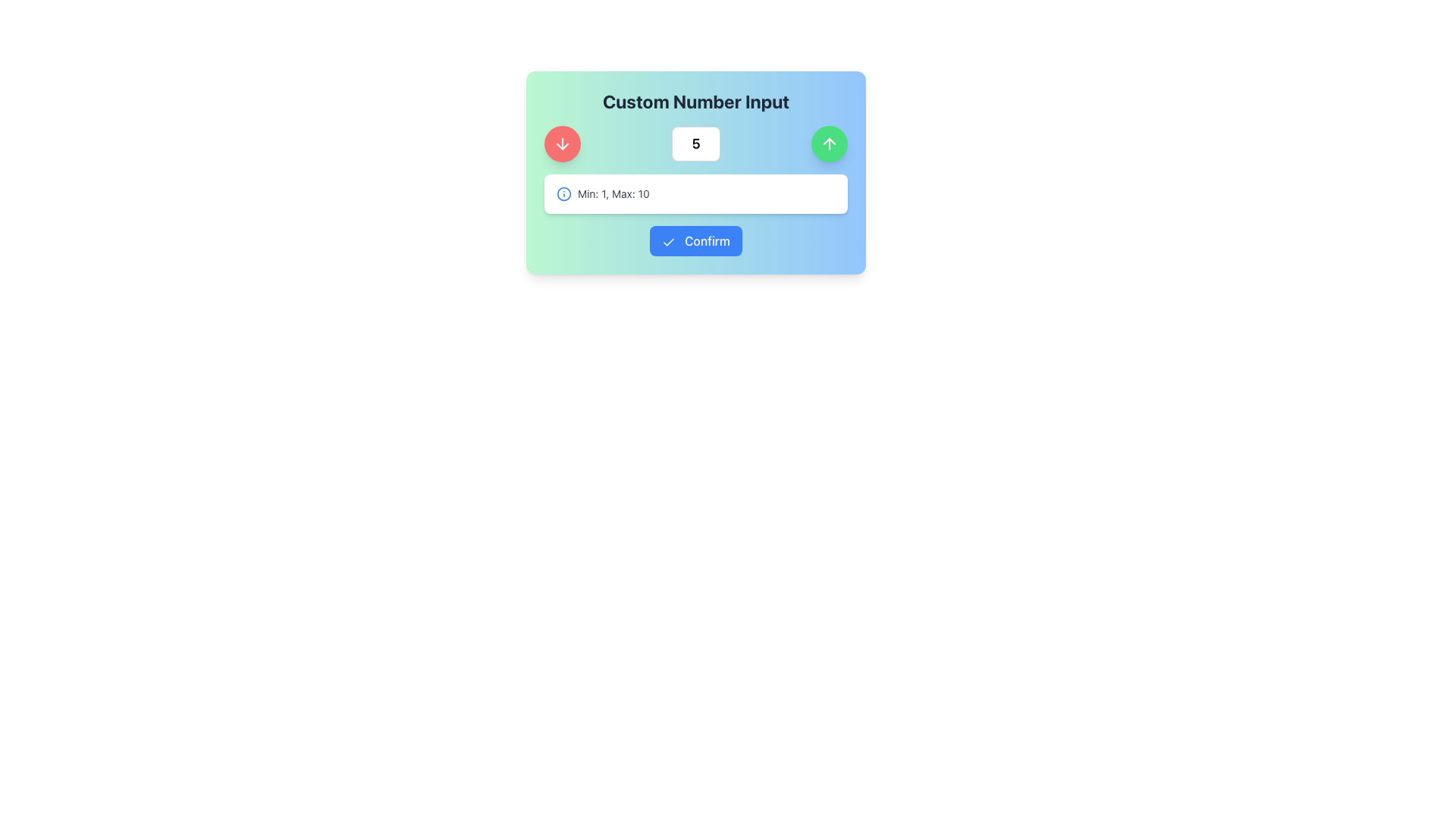  What do you see at coordinates (695, 240) in the screenshot?
I see `the blue 'Confirm' button with a checkmark icon to confirm the action` at bounding box center [695, 240].